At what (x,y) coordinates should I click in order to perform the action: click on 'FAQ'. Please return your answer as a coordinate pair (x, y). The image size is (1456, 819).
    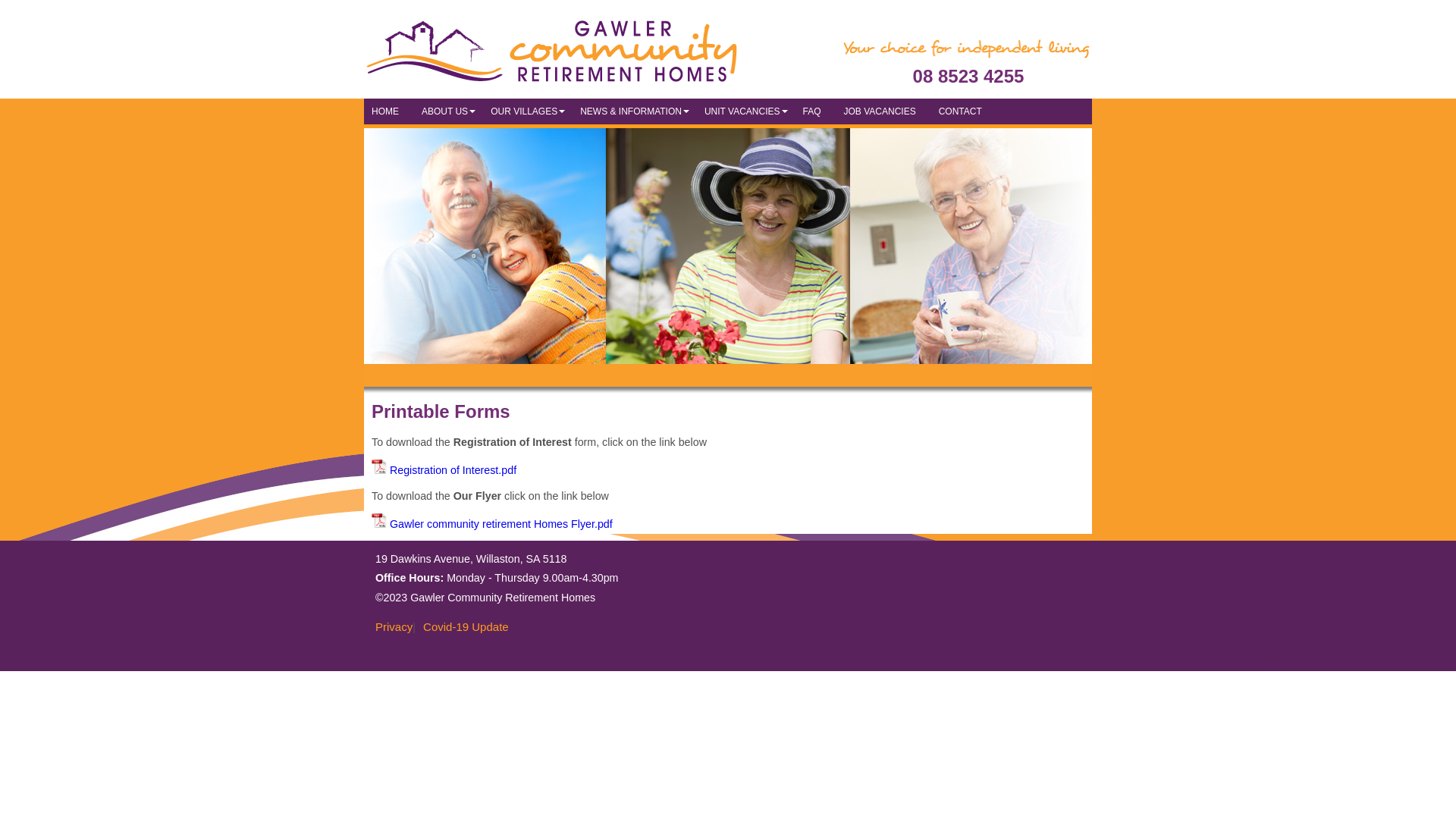
    Looking at the image, I should click on (814, 110).